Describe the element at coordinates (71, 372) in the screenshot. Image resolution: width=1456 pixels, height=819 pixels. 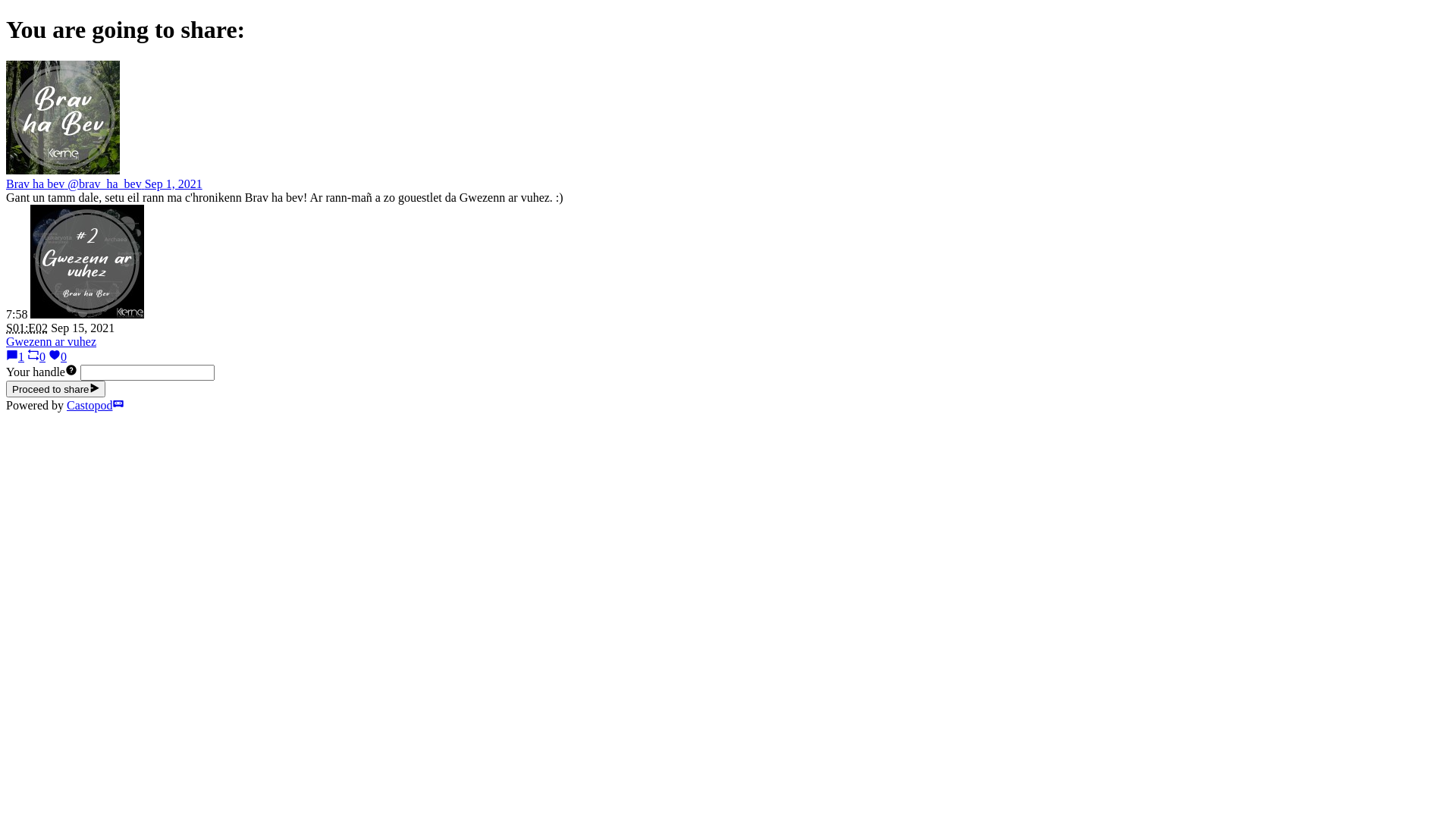
I see `'Enter the @username@domain you want to act from.'` at that location.